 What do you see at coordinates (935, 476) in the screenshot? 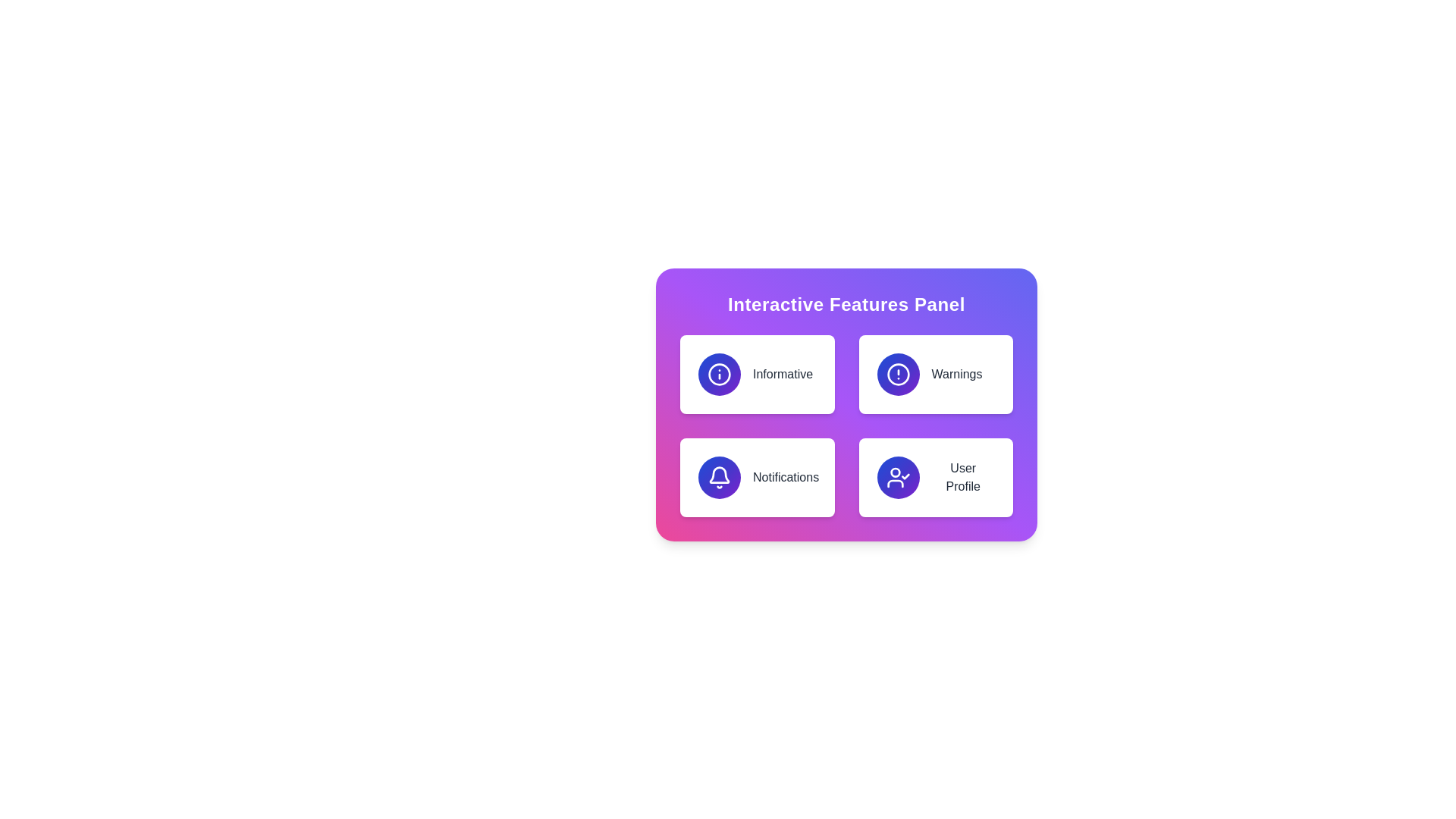
I see `the user profile button located in the bottom-right cell of the 'Interactive Features Panel'` at bounding box center [935, 476].